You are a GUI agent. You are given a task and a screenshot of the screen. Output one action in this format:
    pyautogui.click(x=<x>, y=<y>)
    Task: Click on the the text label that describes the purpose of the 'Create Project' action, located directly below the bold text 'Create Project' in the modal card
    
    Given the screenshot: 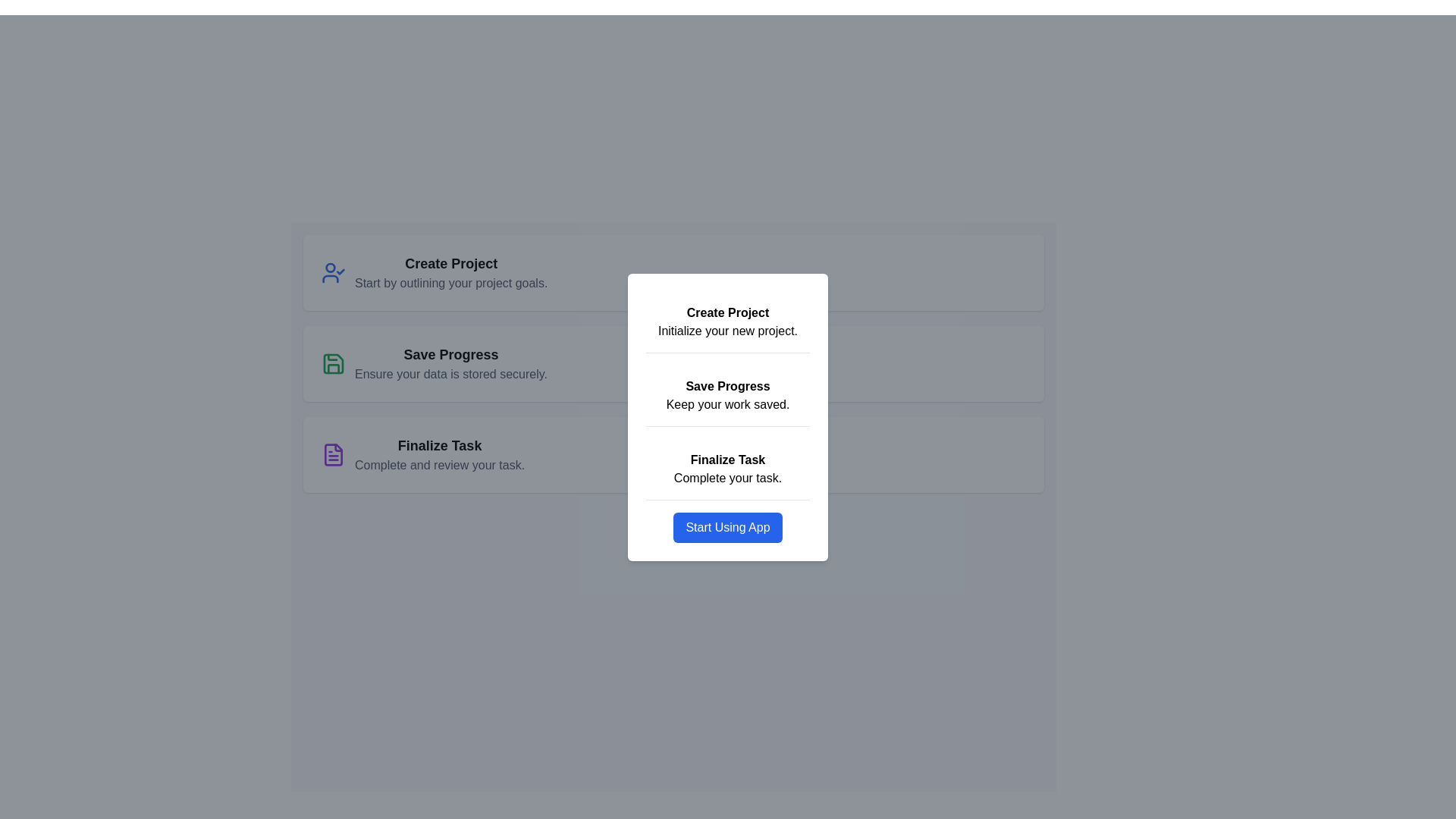 What is the action you would take?
    pyautogui.click(x=728, y=330)
    